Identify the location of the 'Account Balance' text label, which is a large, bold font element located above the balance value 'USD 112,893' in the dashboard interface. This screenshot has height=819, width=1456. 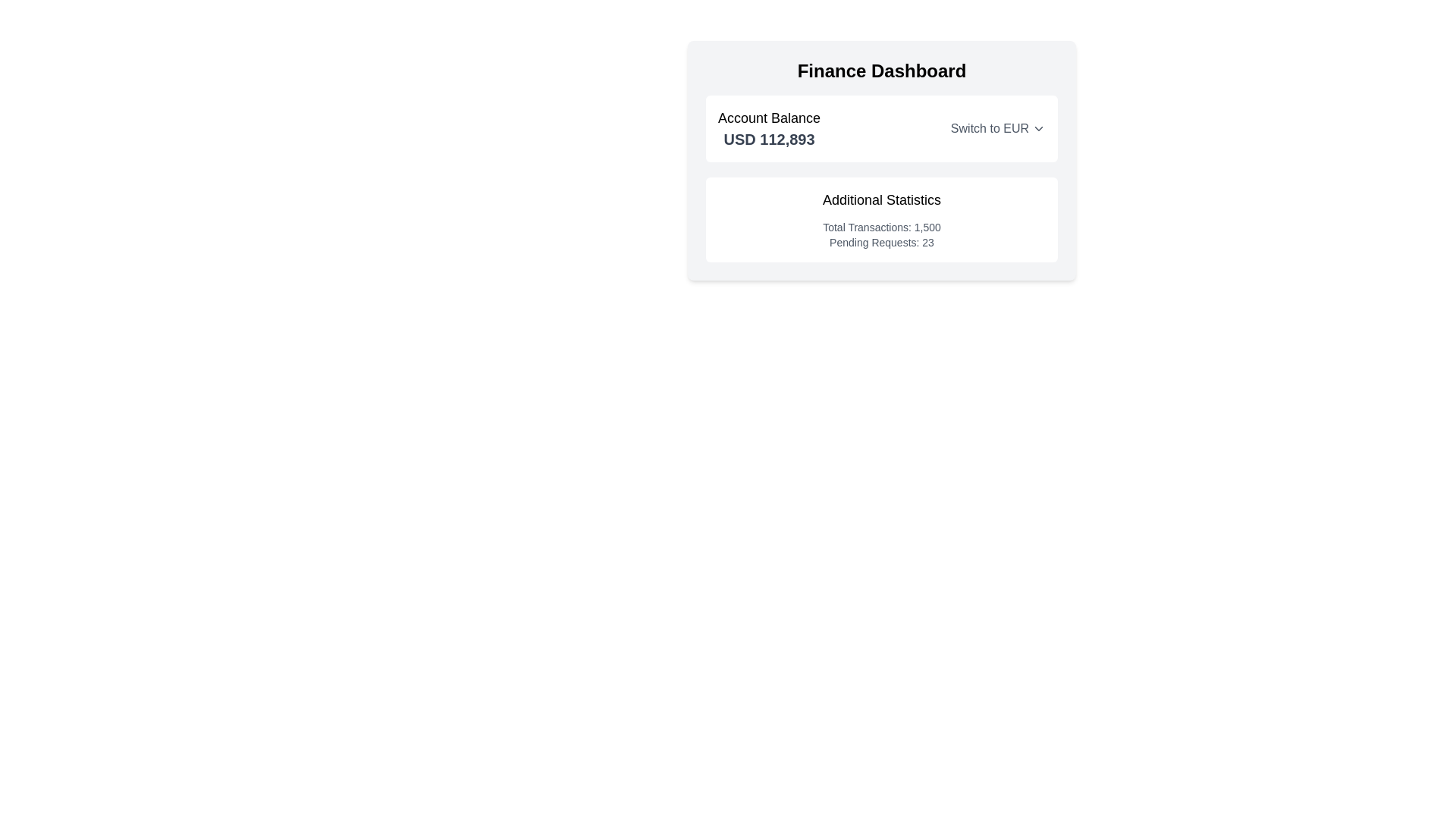
(769, 117).